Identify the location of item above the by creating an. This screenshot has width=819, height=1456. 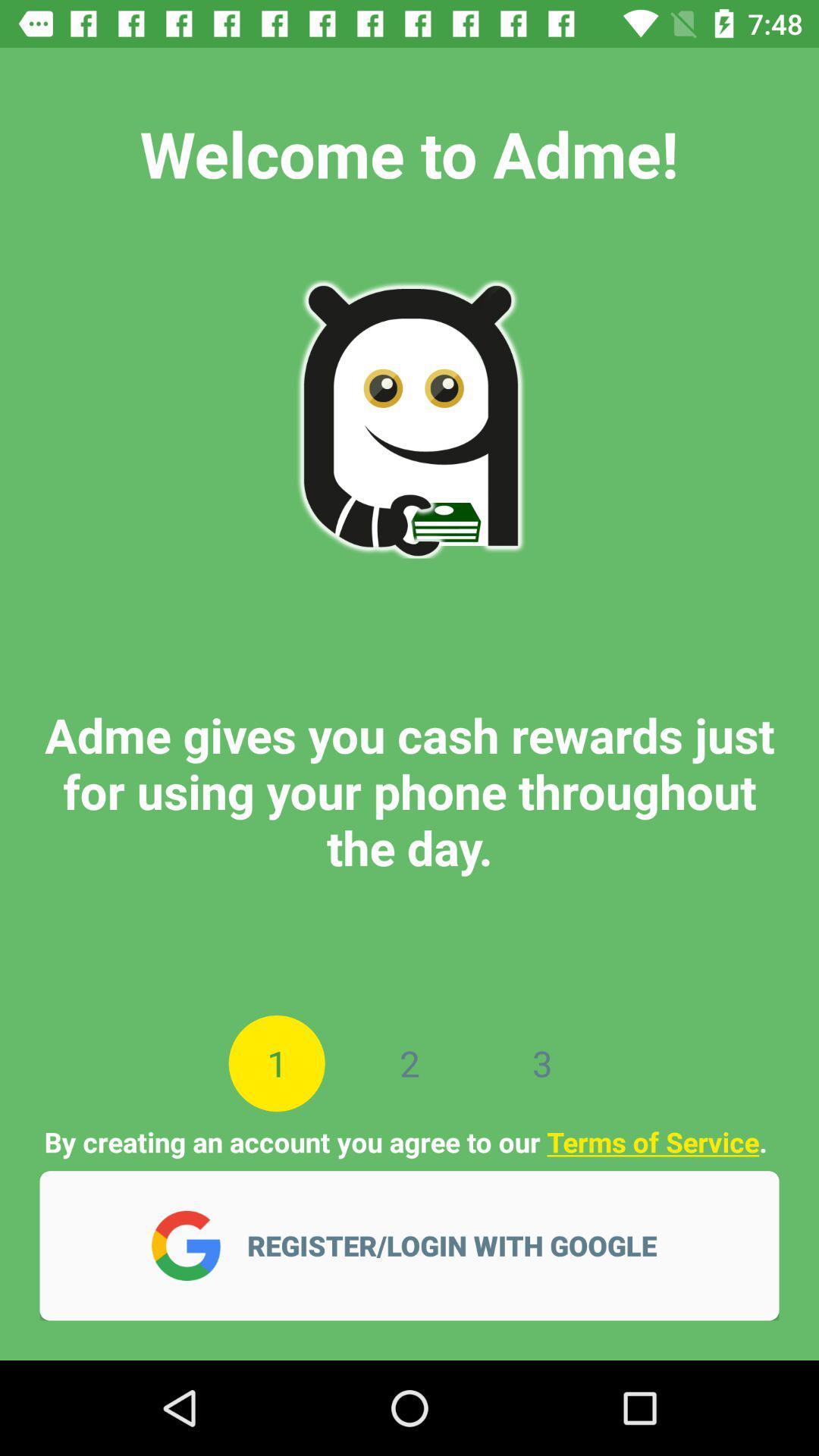
(541, 1062).